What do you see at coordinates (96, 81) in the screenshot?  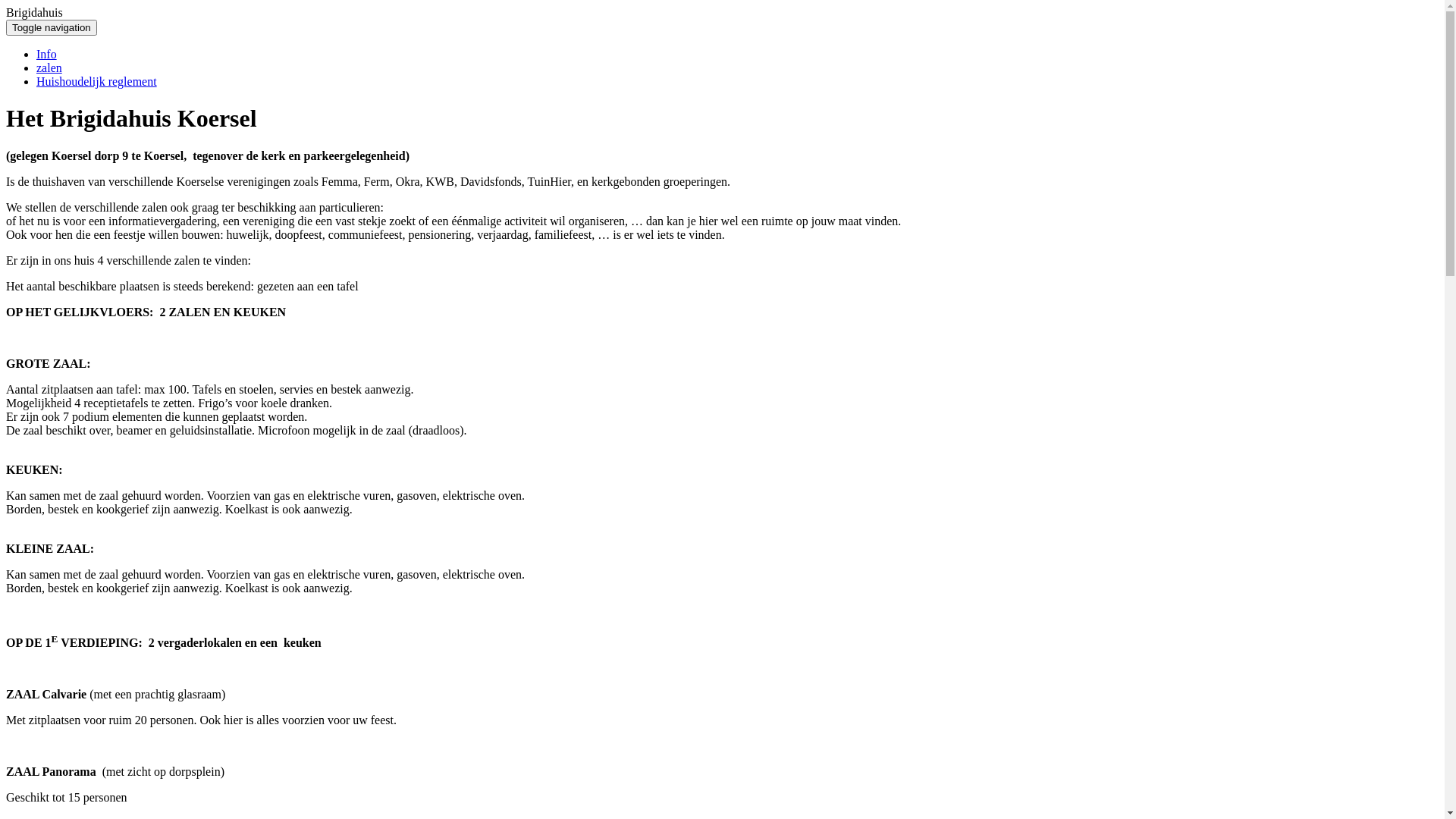 I see `'Huishoudelijk reglement'` at bounding box center [96, 81].